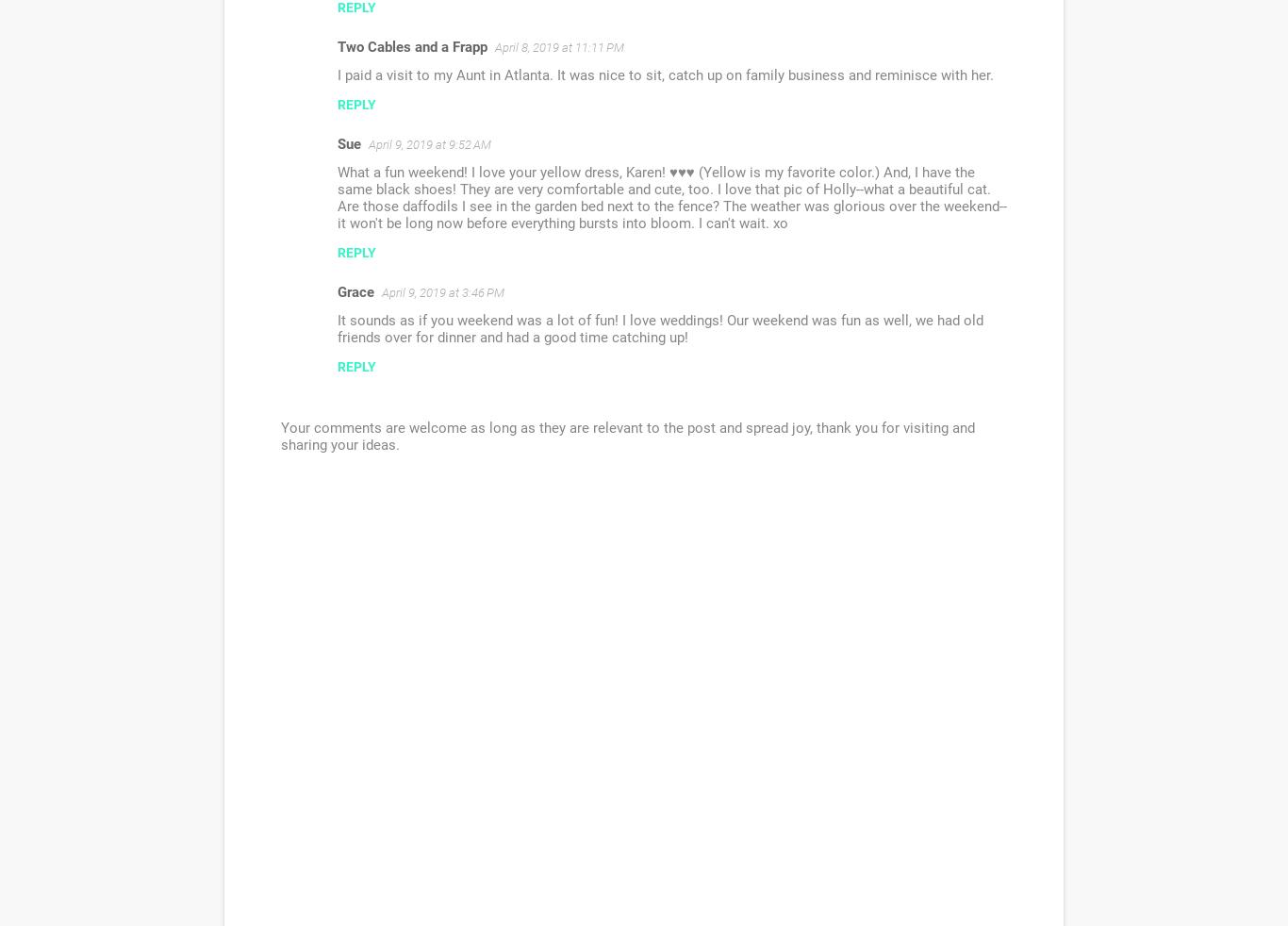 The height and width of the screenshot is (926, 1288). Describe the element at coordinates (627, 437) in the screenshot. I see `'Your comments are welcome as long as they are relevant to the post and spread joy,  thank you for visiting and sharing your ideas.'` at that location.